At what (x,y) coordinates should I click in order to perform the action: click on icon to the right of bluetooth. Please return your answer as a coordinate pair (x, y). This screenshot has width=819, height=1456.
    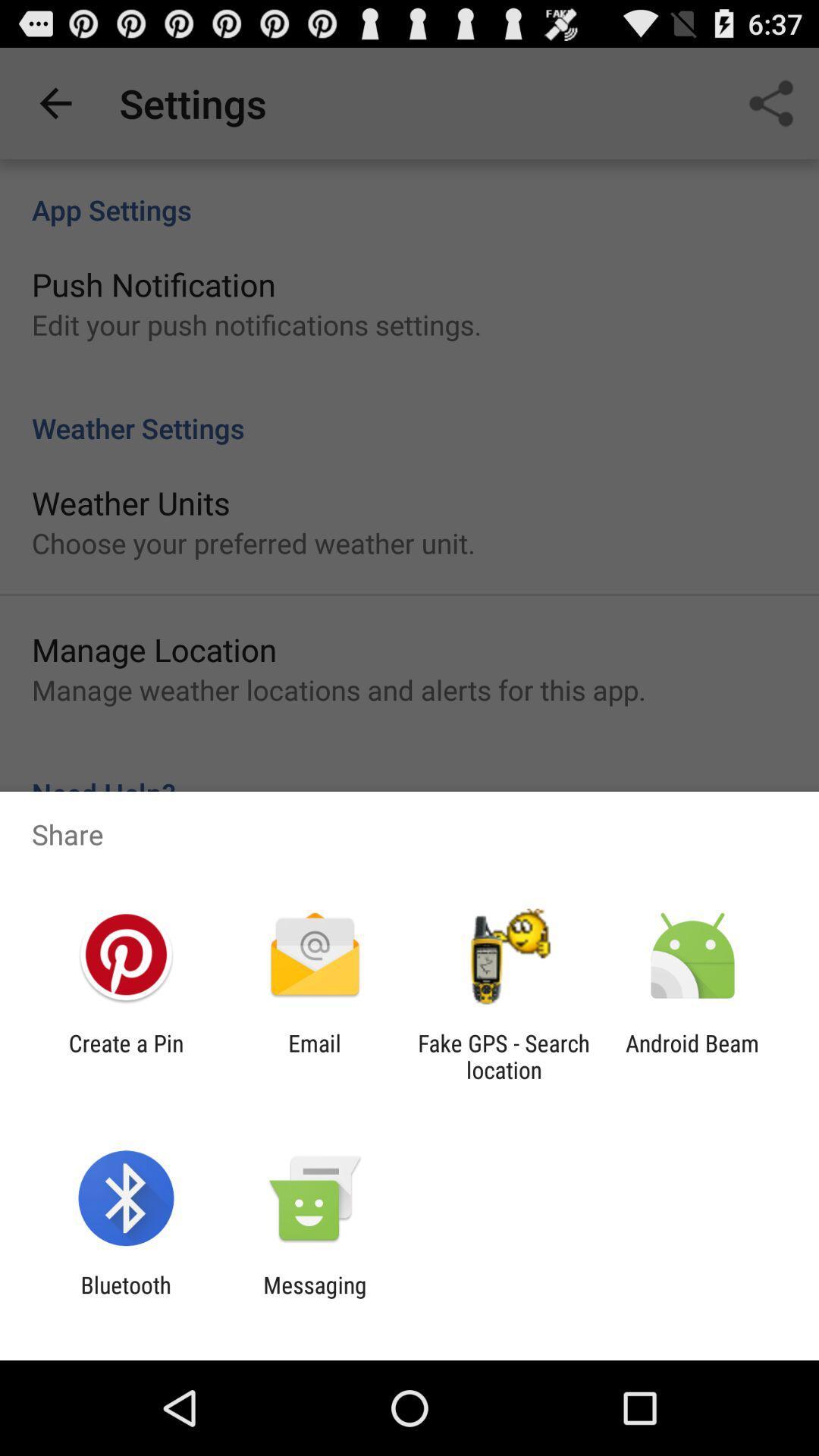
    Looking at the image, I should click on (314, 1298).